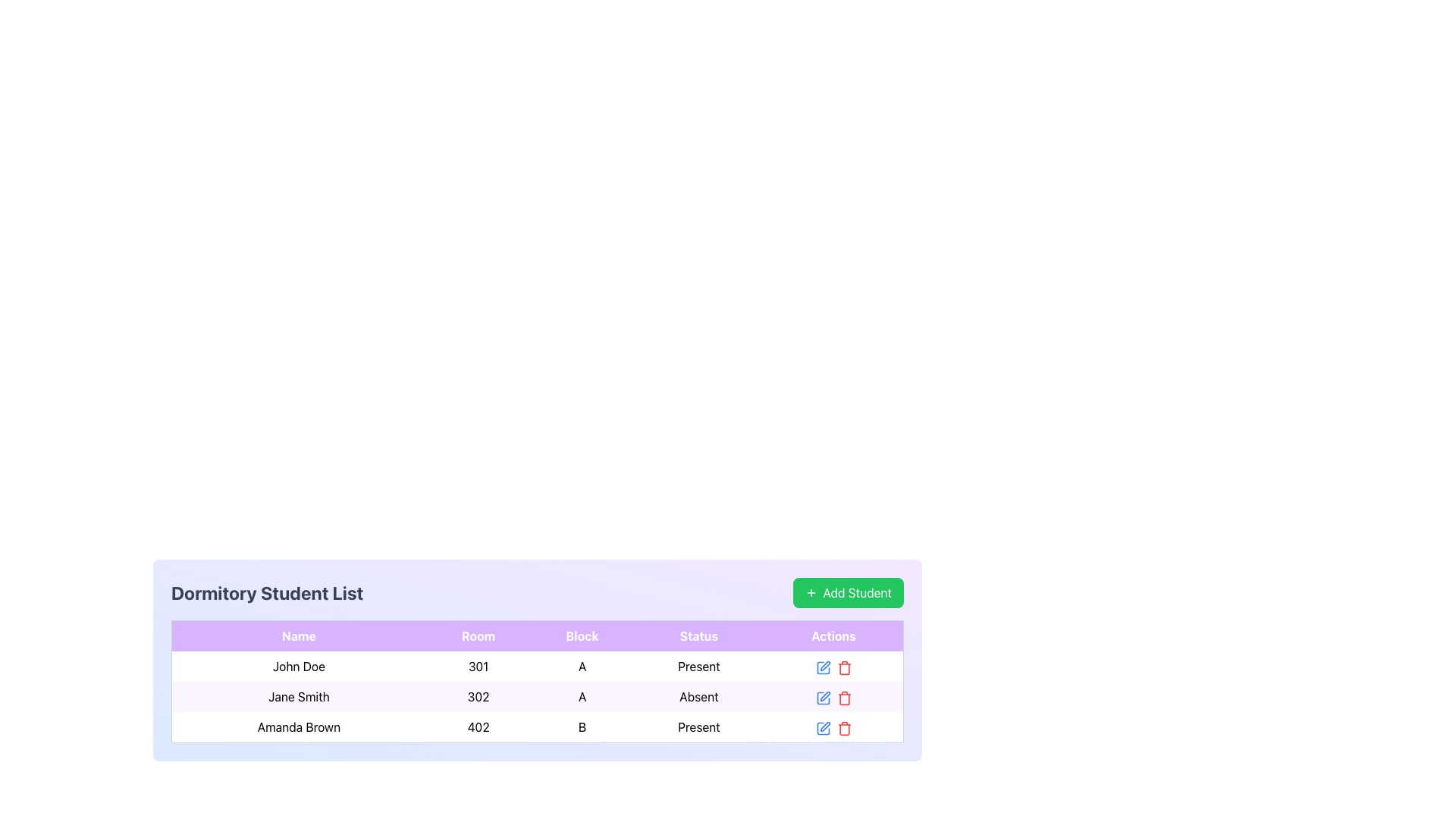 The width and height of the screenshot is (1456, 819). What do you see at coordinates (582, 666) in the screenshot?
I see `the block identifier text in the 'Block' column of the first row of the table, which is located between '301' in the 'Room' column and 'Present' in the 'Status' column` at bounding box center [582, 666].